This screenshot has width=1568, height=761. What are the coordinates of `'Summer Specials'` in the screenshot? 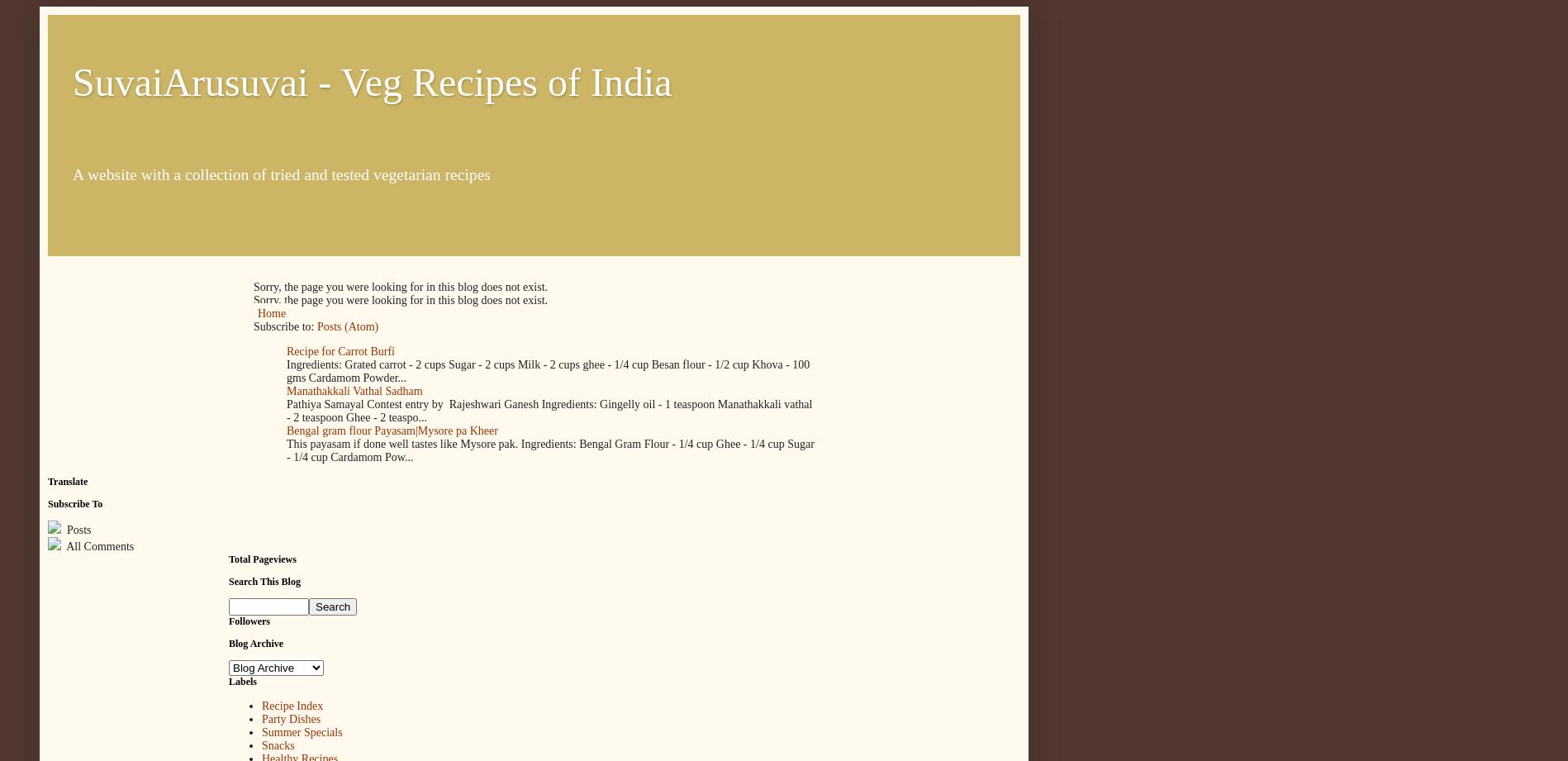 It's located at (302, 731).